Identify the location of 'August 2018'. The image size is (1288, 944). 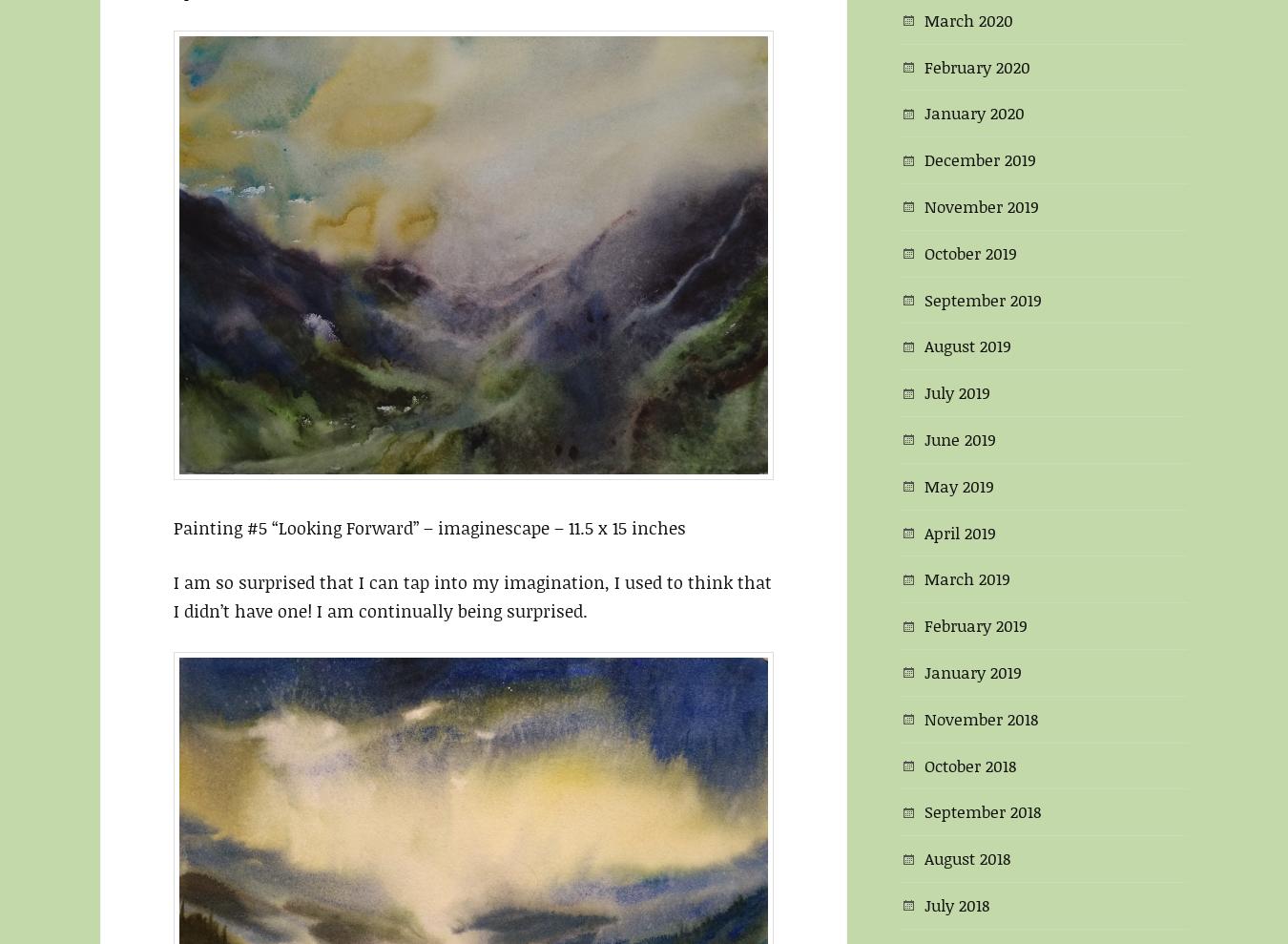
(966, 857).